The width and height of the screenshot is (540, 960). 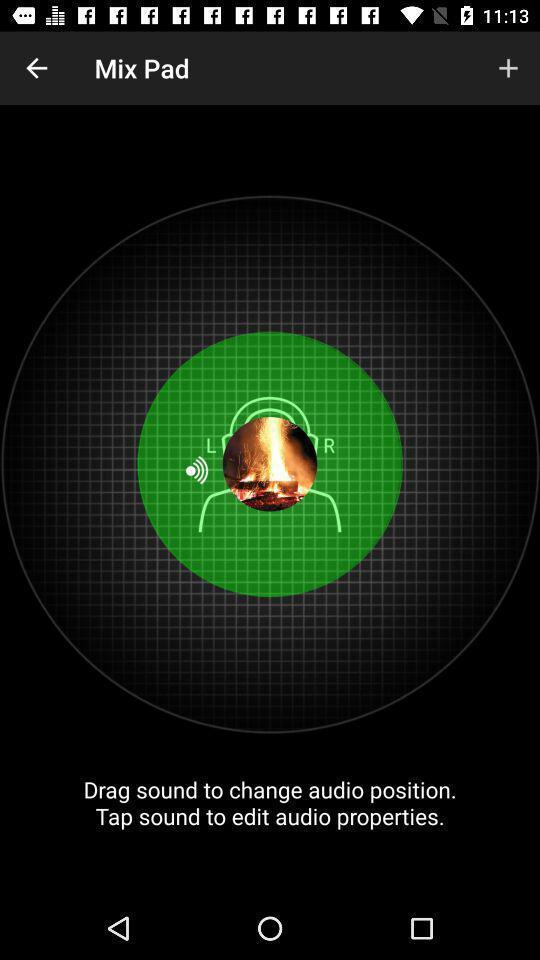 What do you see at coordinates (508, 68) in the screenshot?
I see `the item above drag sound to icon` at bounding box center [508, 68].